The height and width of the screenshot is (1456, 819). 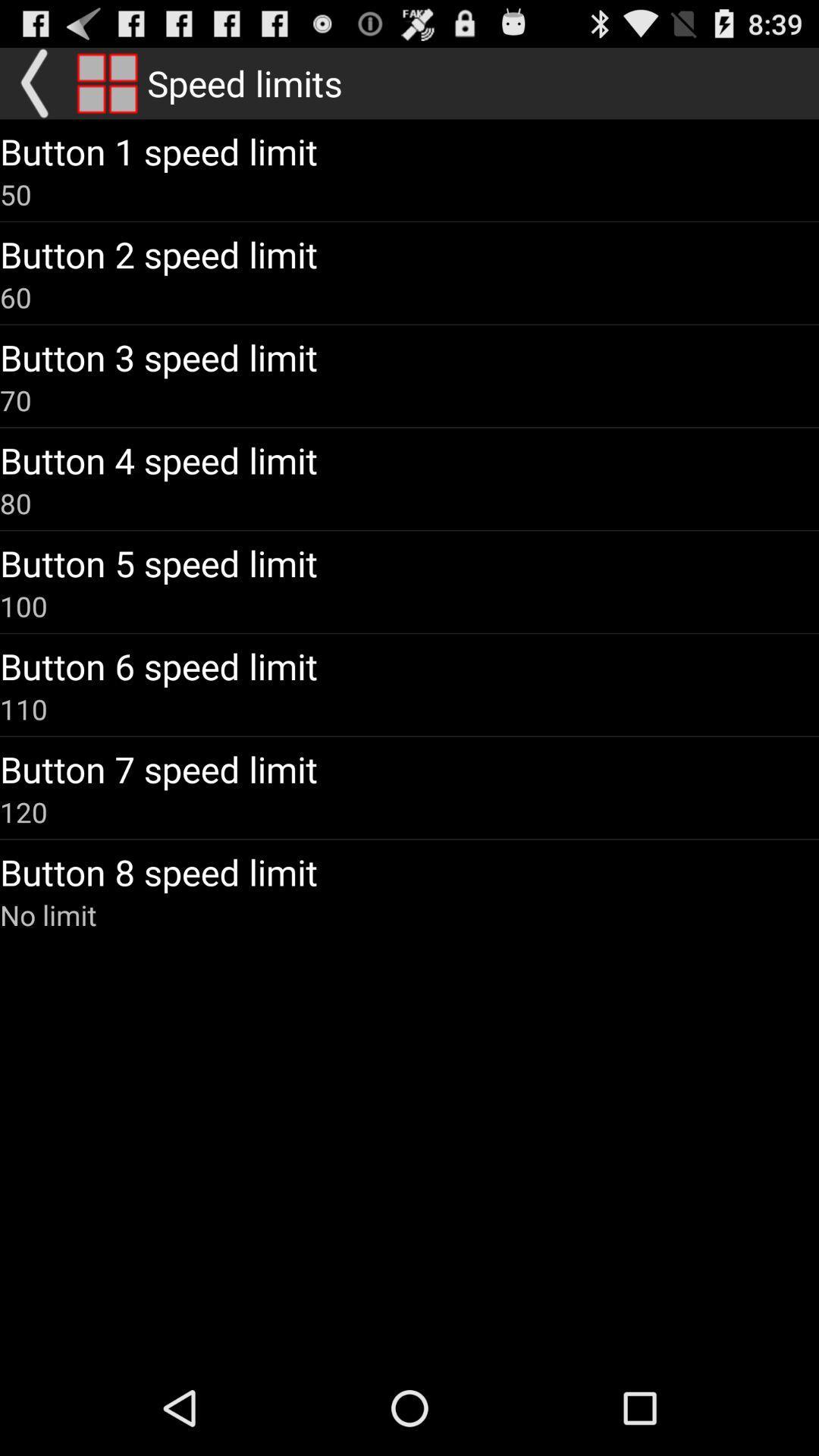 I want to click on icon below button 8 speed, so click(x=47, y=914).